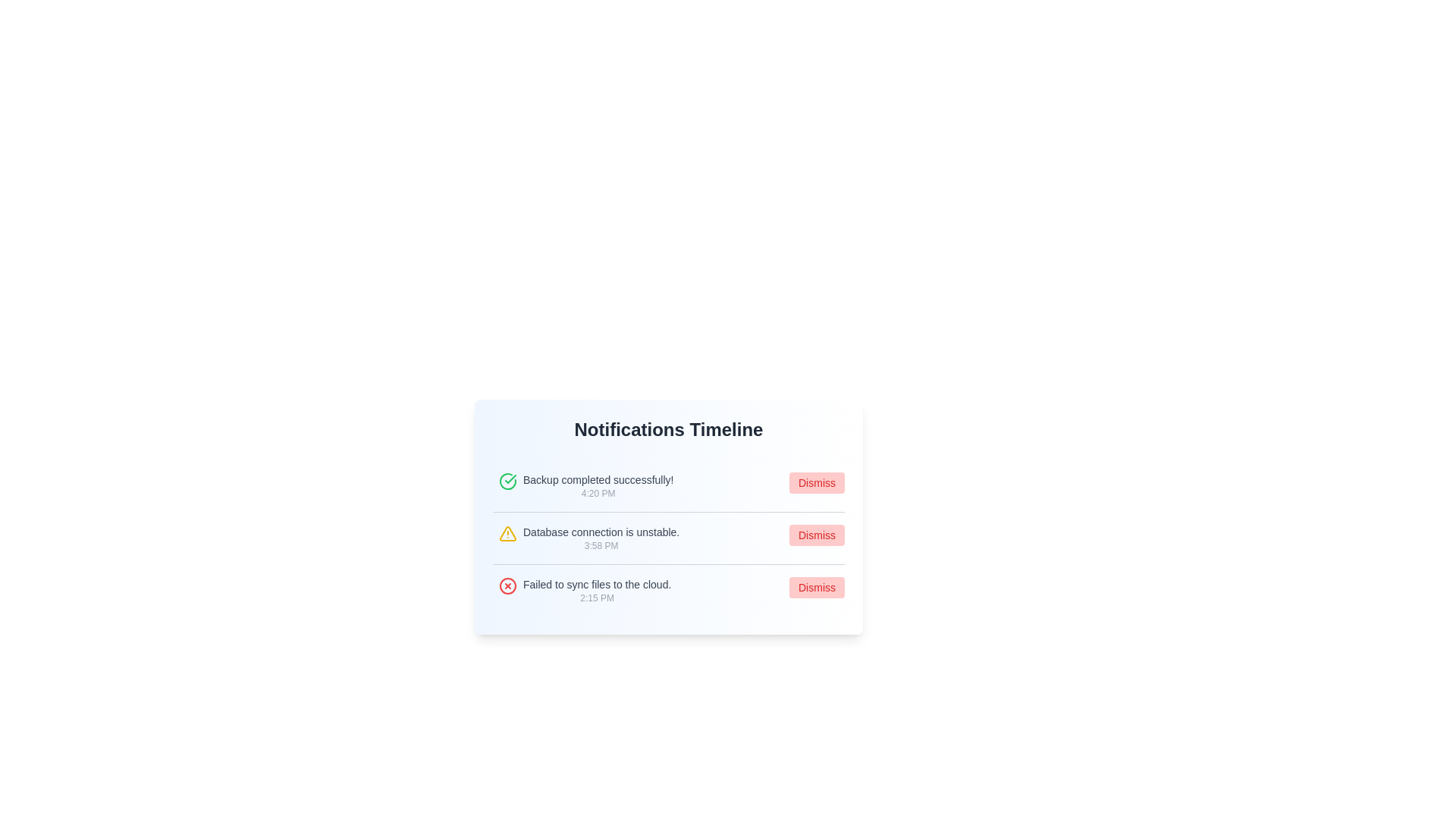  I want to click on the 'Dismiss' button with a red background, so click(816, 534).